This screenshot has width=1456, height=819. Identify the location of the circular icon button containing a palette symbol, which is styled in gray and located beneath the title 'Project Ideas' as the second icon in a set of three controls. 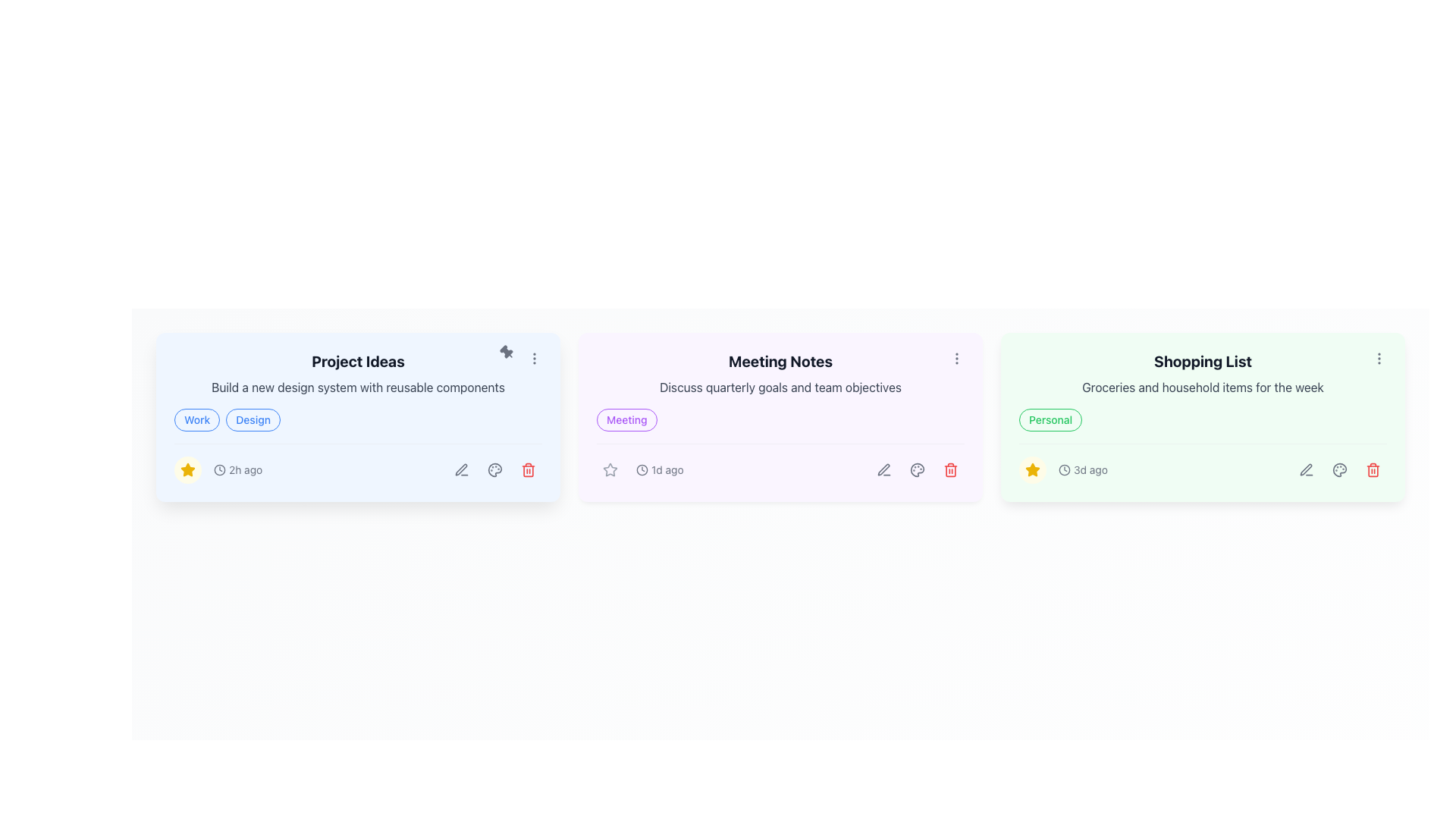
(494, 469).